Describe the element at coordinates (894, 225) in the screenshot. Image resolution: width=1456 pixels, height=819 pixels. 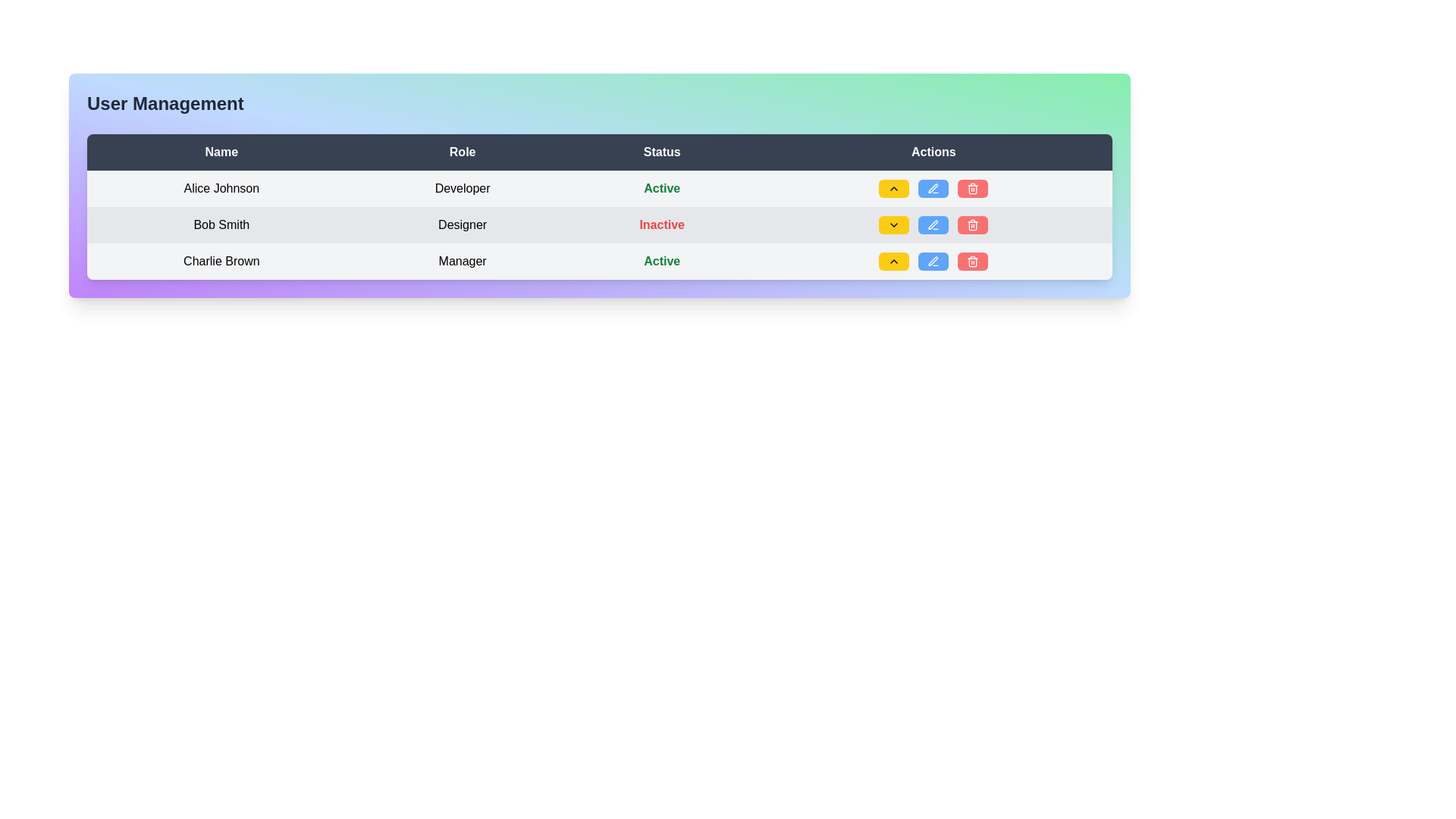
I see `the small downward-pointing chevron icon, which is styled with a black stroke and located in the second row of the 'Actions' column in a yellow button` at that location.